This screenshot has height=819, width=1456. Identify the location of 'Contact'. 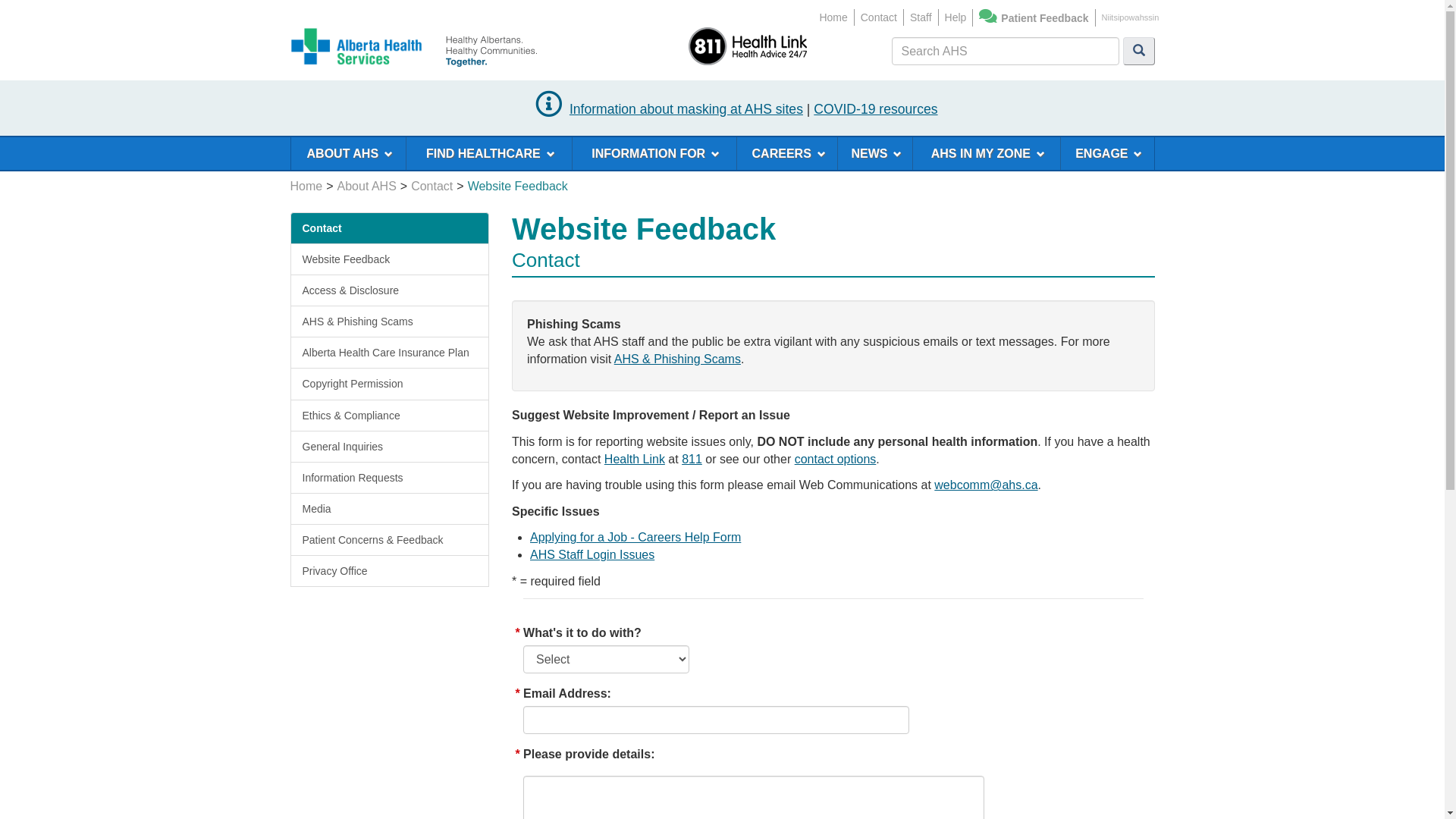
(860, 17).